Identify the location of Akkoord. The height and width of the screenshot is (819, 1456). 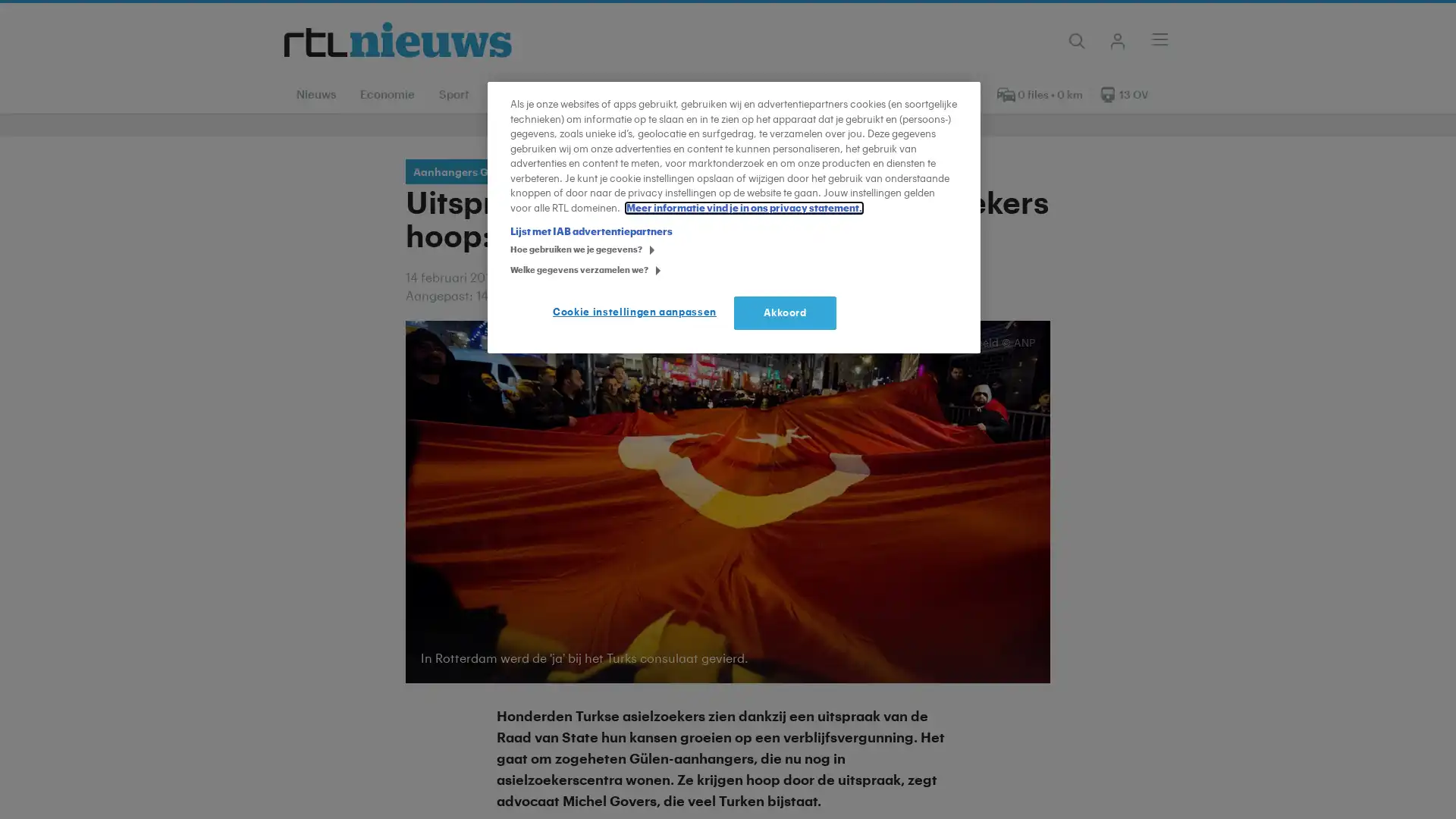
(785, 312).